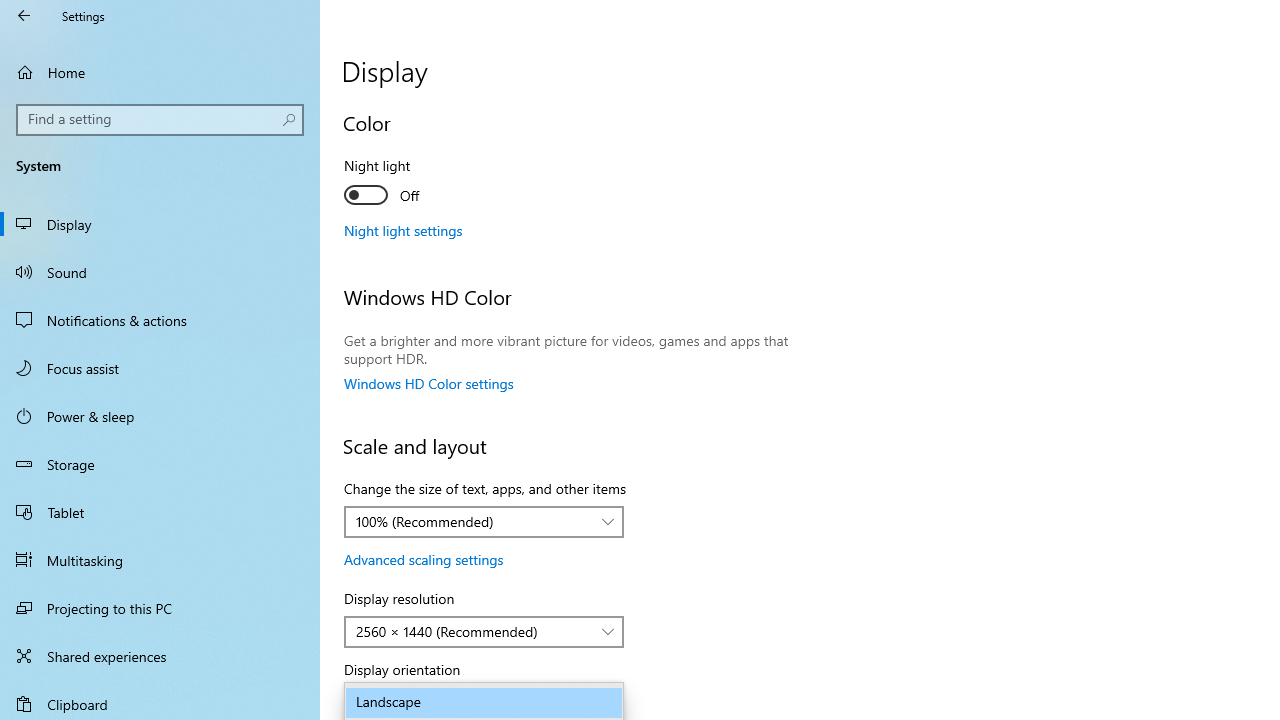 The height and width of the screenshot is (720, 1280). What do you see at coordinates (402, 229) in the screenshot?
I see `'Night light settings'` at bounding box center [402, 229].